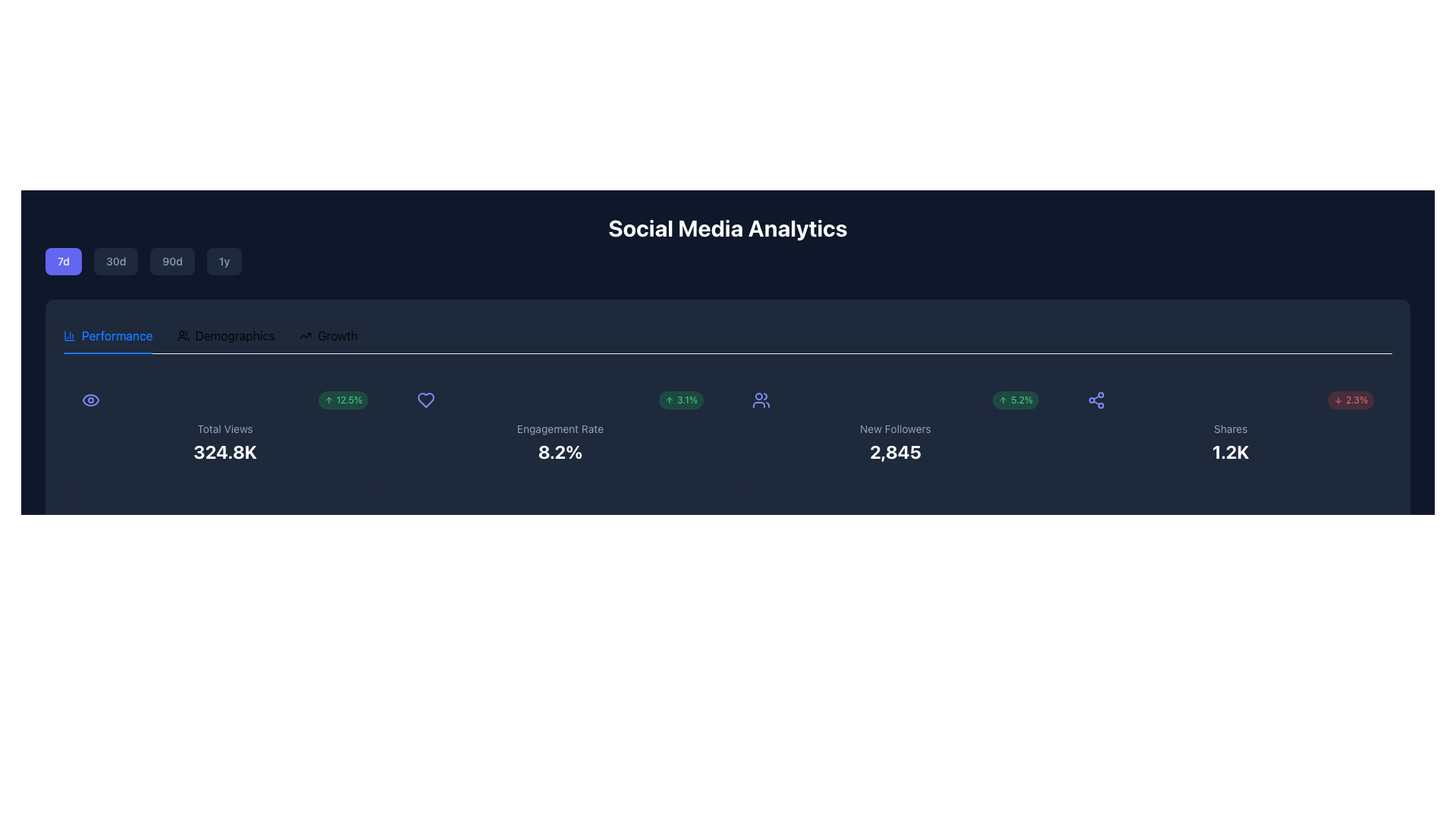 This screenshot has height=819, width=1456. I want to click on the Text Label displaying 'Social Media Analytics' which is located at the top of the interface on a dark blue background, so click(728, 244).